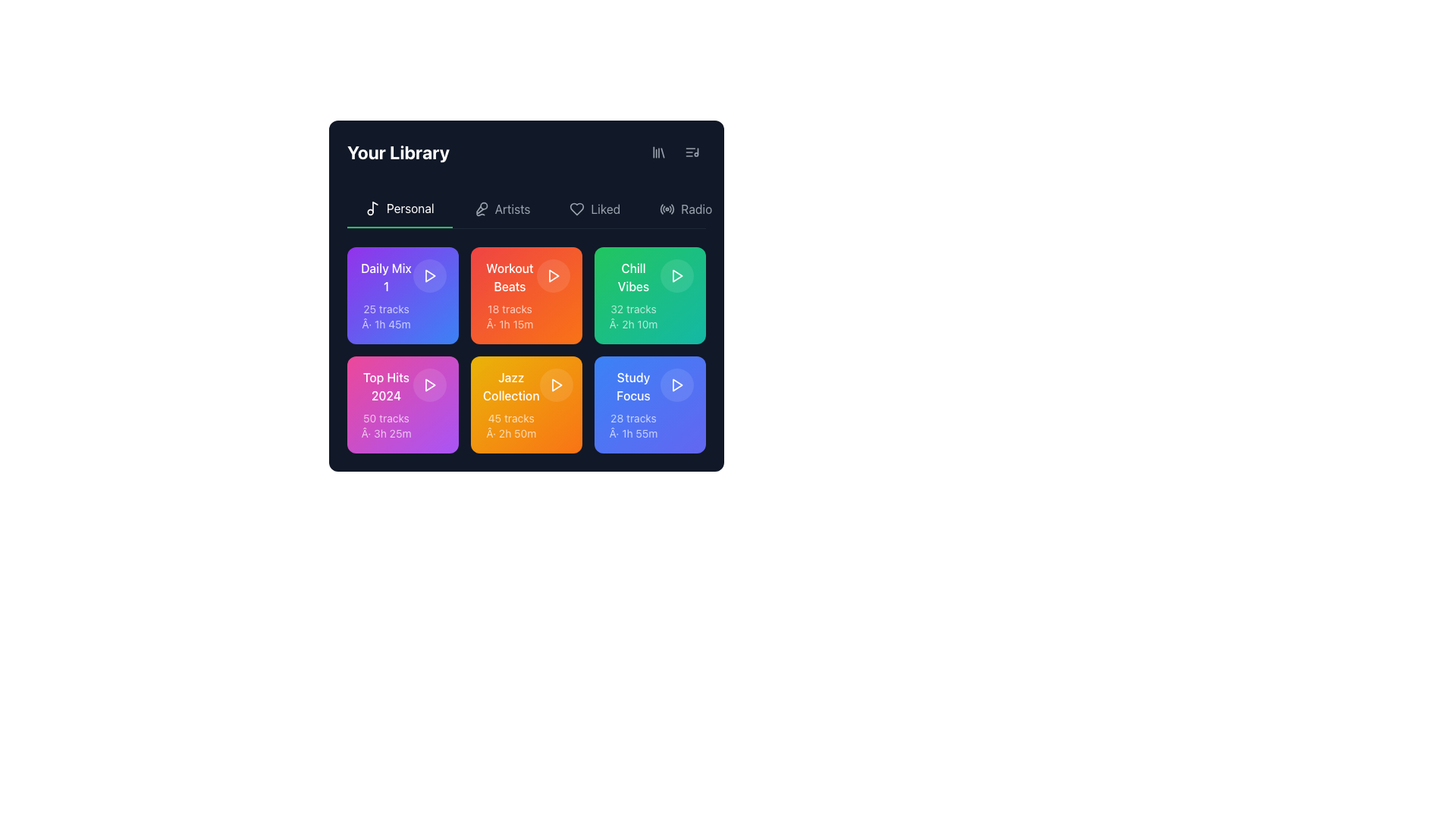 This screenshot has height=819, width=1456. Describe the element at coordinates (676, 384) in the screenshot. I see `the circular play button with a semi-transparent white background located in the 'Study Focus' card` at that location.